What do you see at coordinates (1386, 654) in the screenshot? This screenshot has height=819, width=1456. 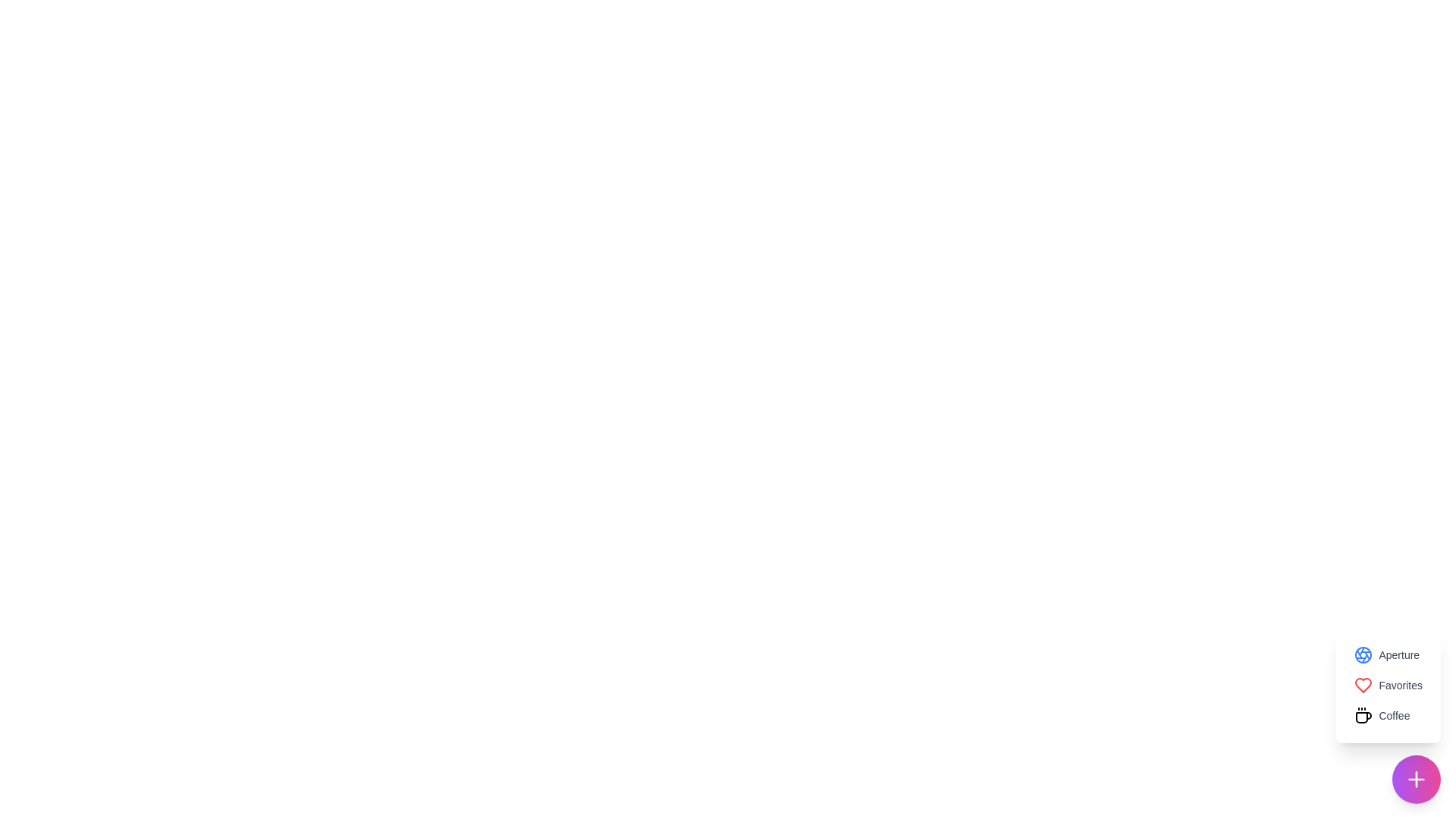 I see `the Aperture option from the menu` at bounding box center [1386, 654].